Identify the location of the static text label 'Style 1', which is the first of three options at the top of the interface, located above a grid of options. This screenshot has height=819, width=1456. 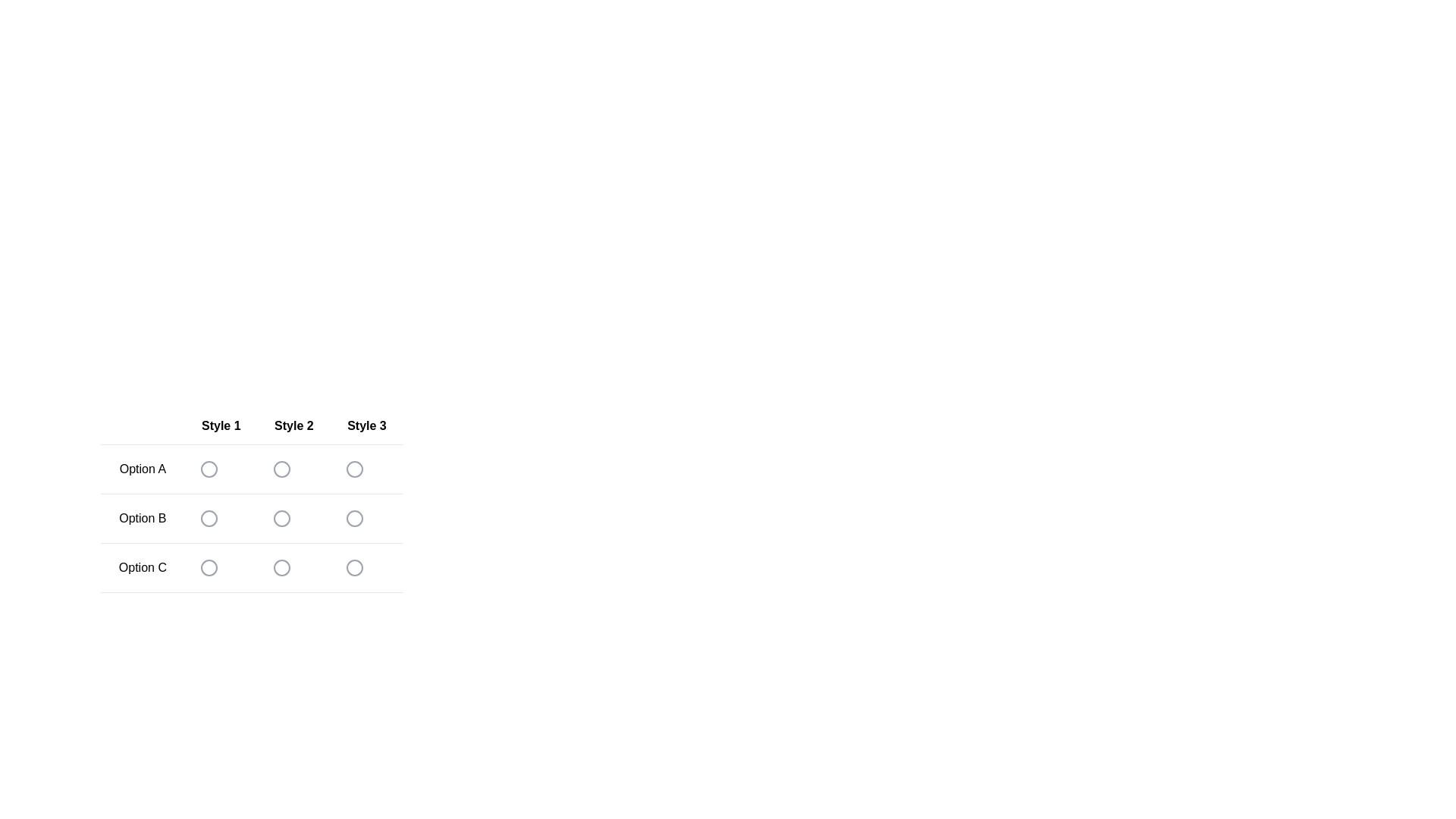
(220, 426).